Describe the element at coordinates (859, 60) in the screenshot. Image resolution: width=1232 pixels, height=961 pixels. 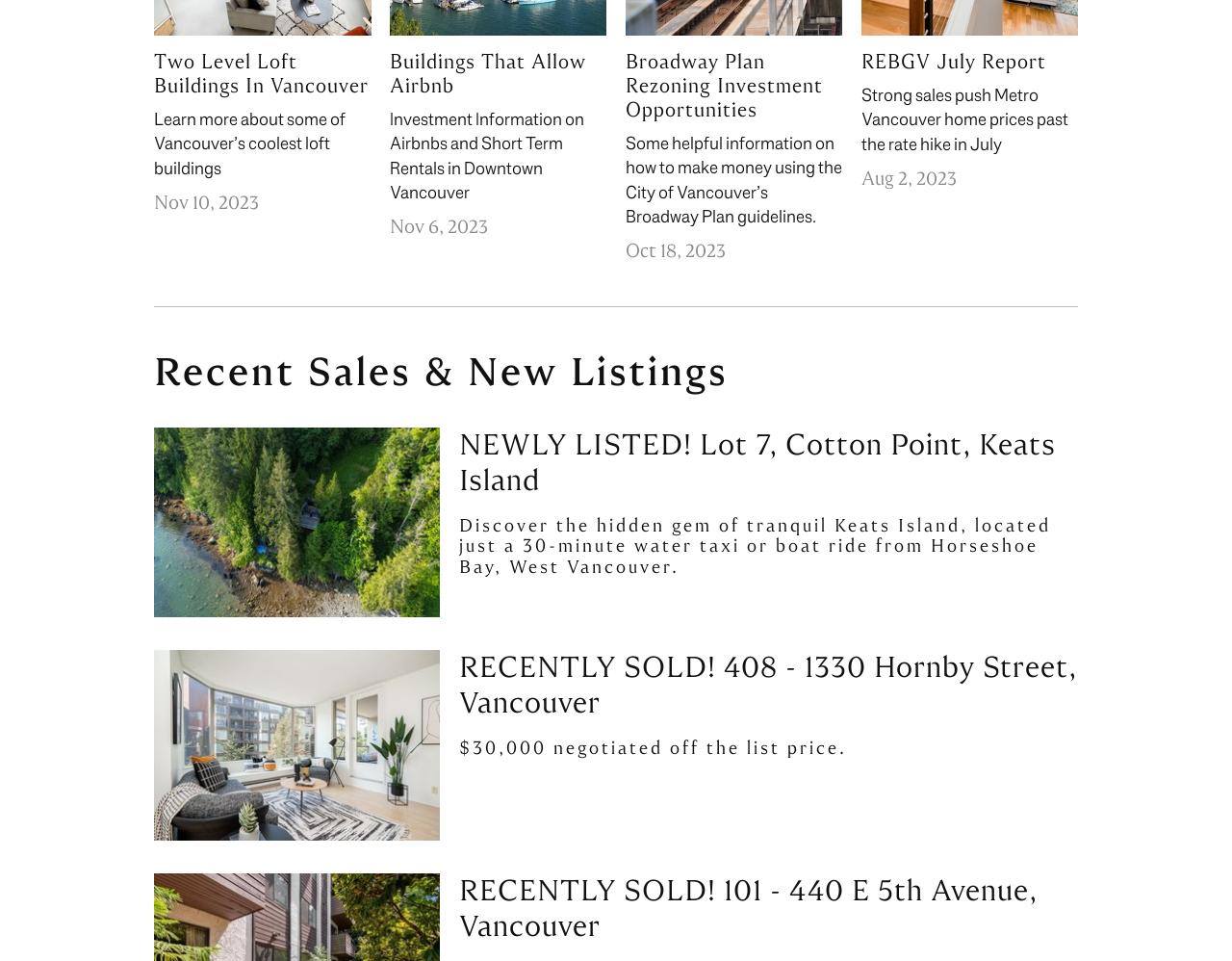
I see `'REBGV July Report'` at that location.